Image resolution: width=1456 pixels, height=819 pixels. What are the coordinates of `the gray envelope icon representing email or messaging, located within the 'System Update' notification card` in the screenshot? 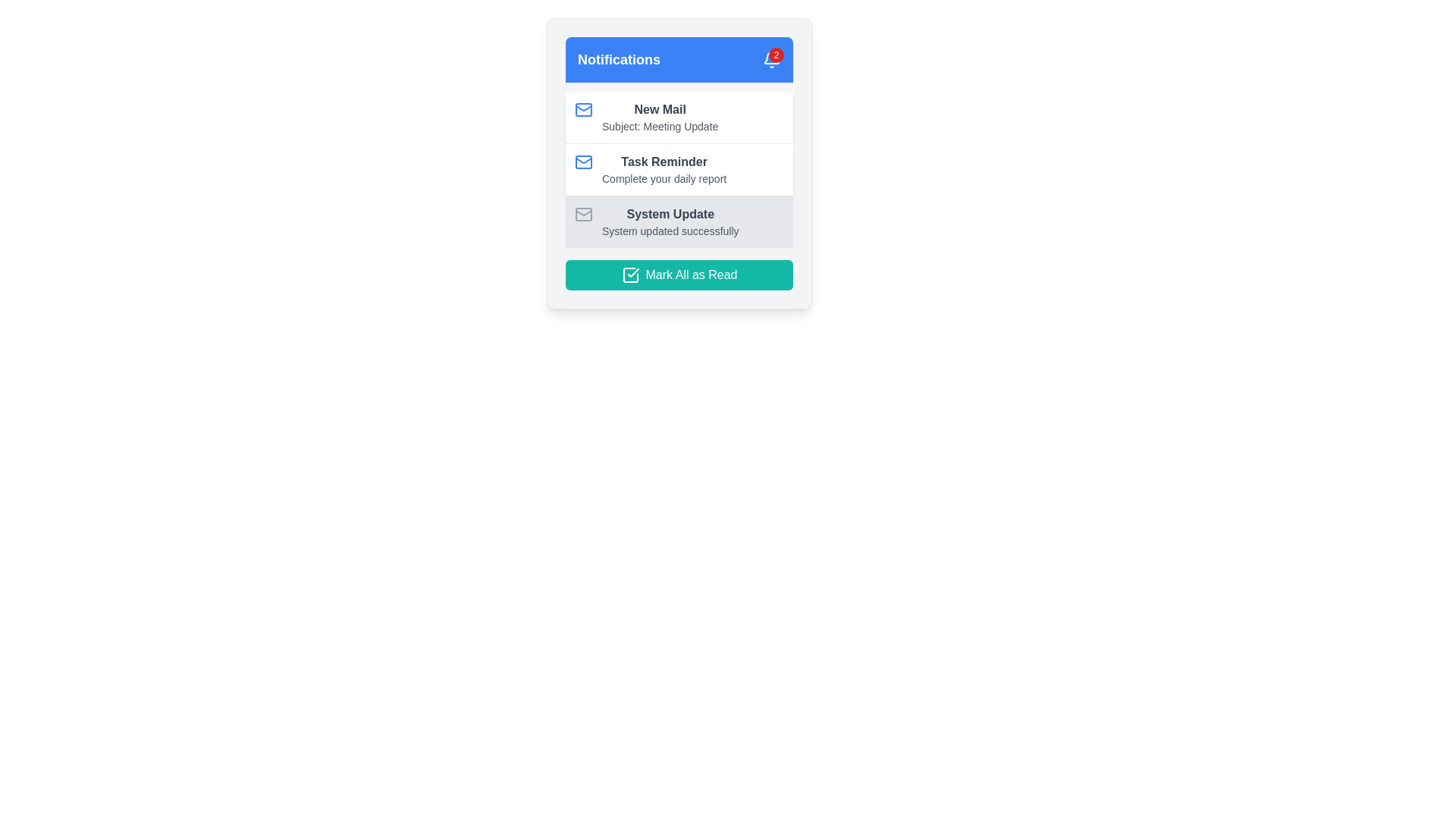 It's located at (582, 214).